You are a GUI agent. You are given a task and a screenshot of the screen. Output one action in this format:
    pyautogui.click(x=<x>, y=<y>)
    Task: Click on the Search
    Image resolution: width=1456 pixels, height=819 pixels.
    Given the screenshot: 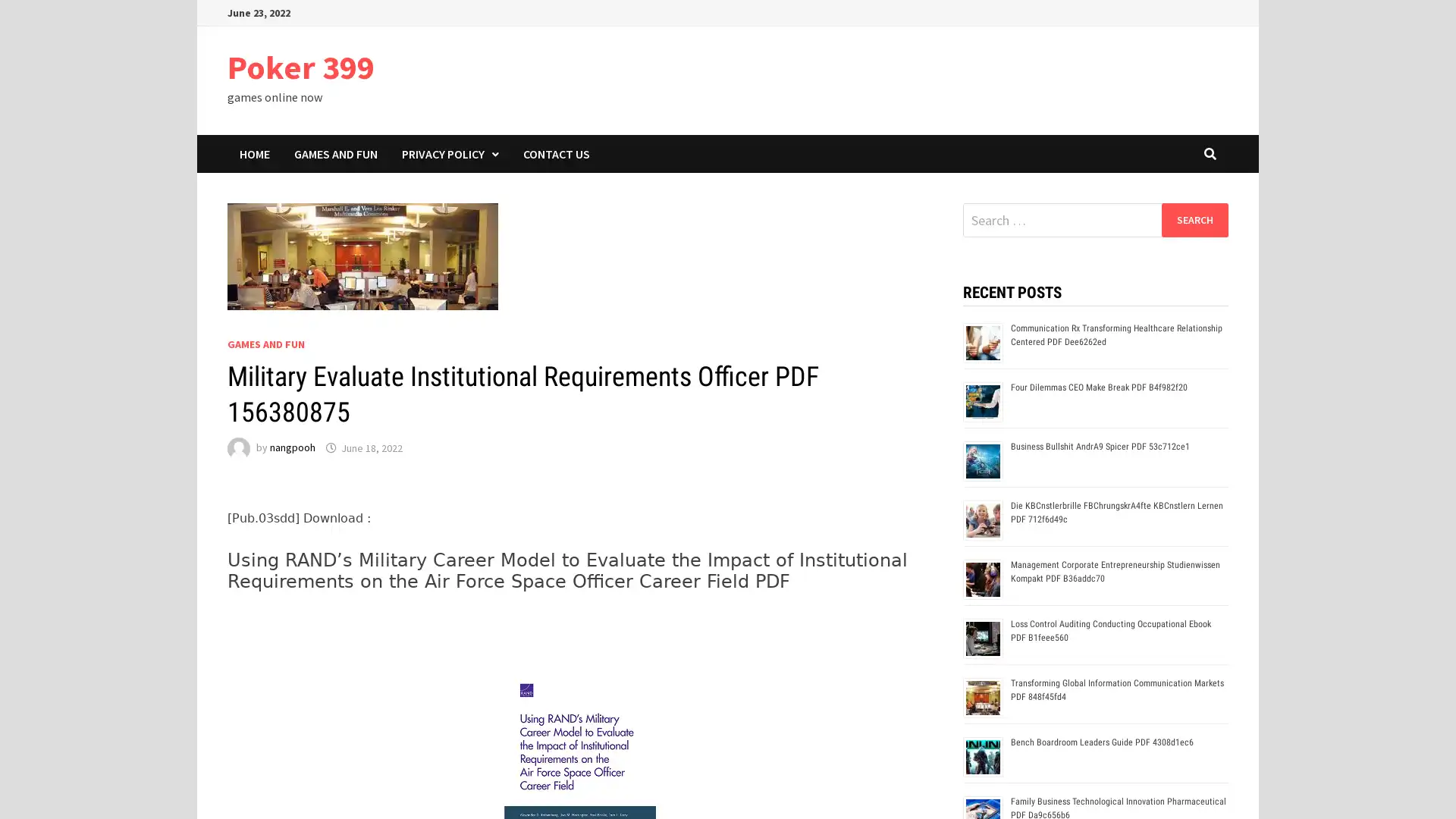 What is the action you would take?
    pyautogui.click(x=1194, y=219)
    